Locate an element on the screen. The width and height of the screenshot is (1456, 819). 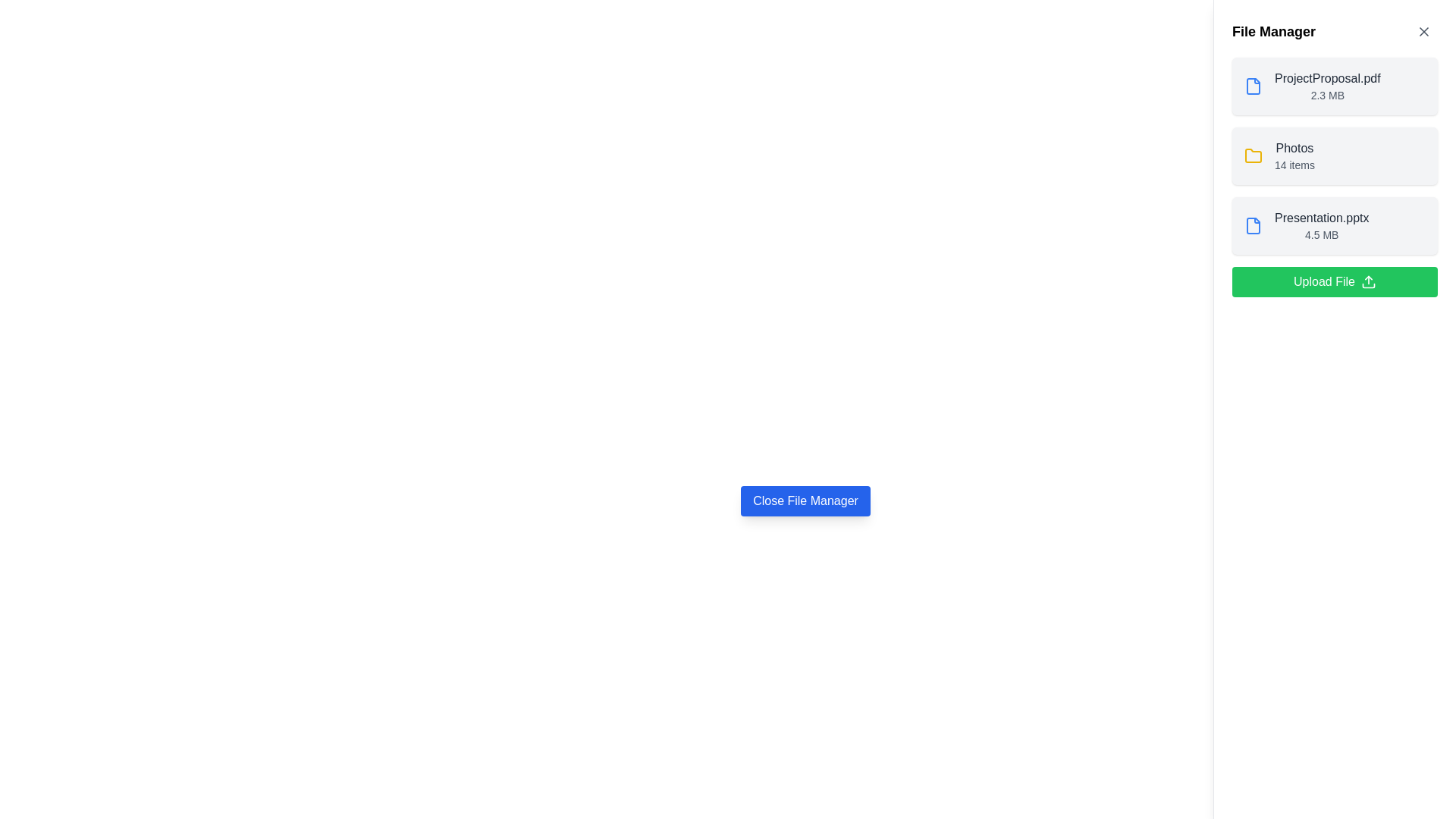
the 'Photos' folder item is located at coordinates (1279, 155).